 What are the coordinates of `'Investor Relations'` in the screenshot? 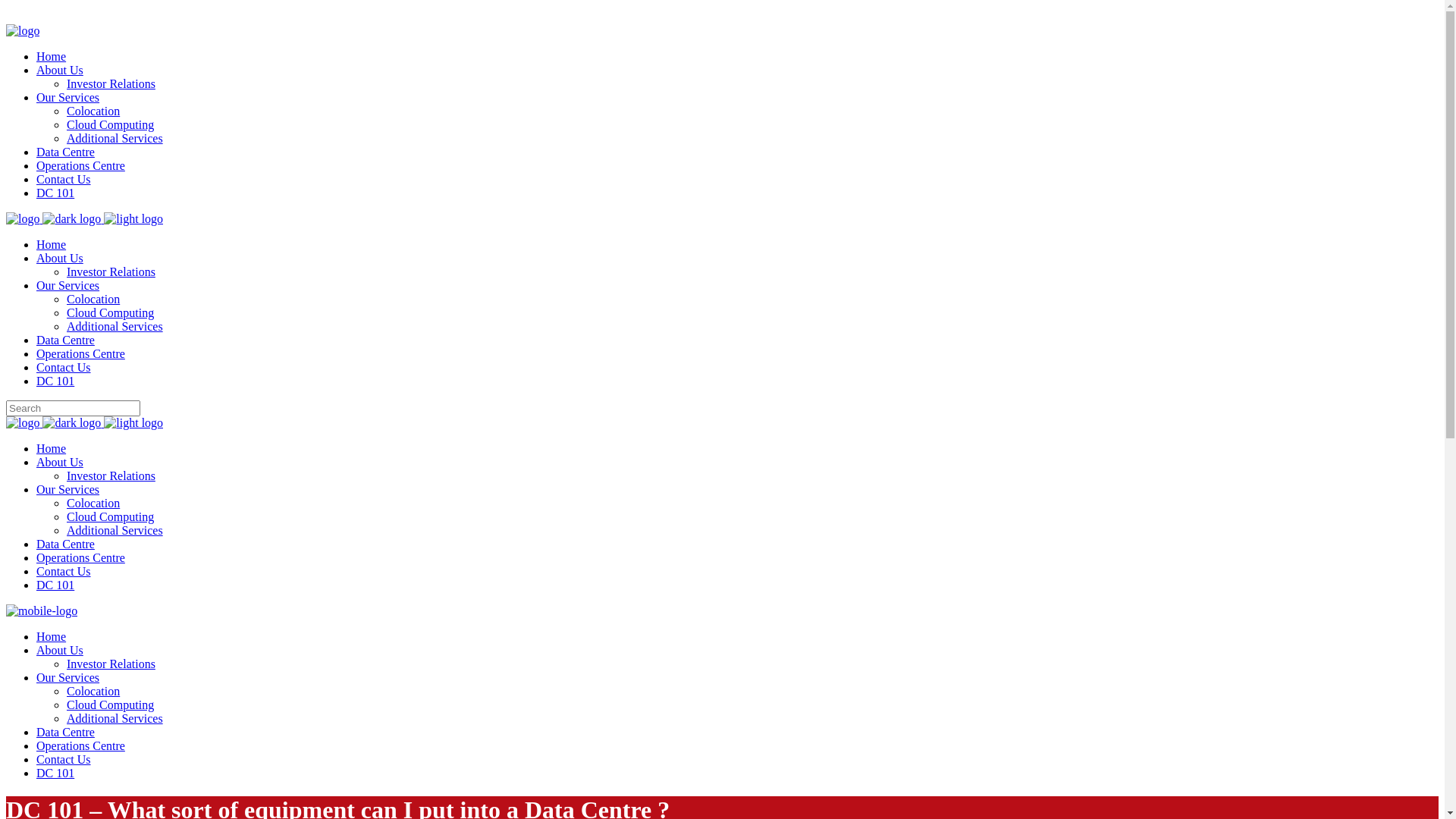 It's located at (110, 83).